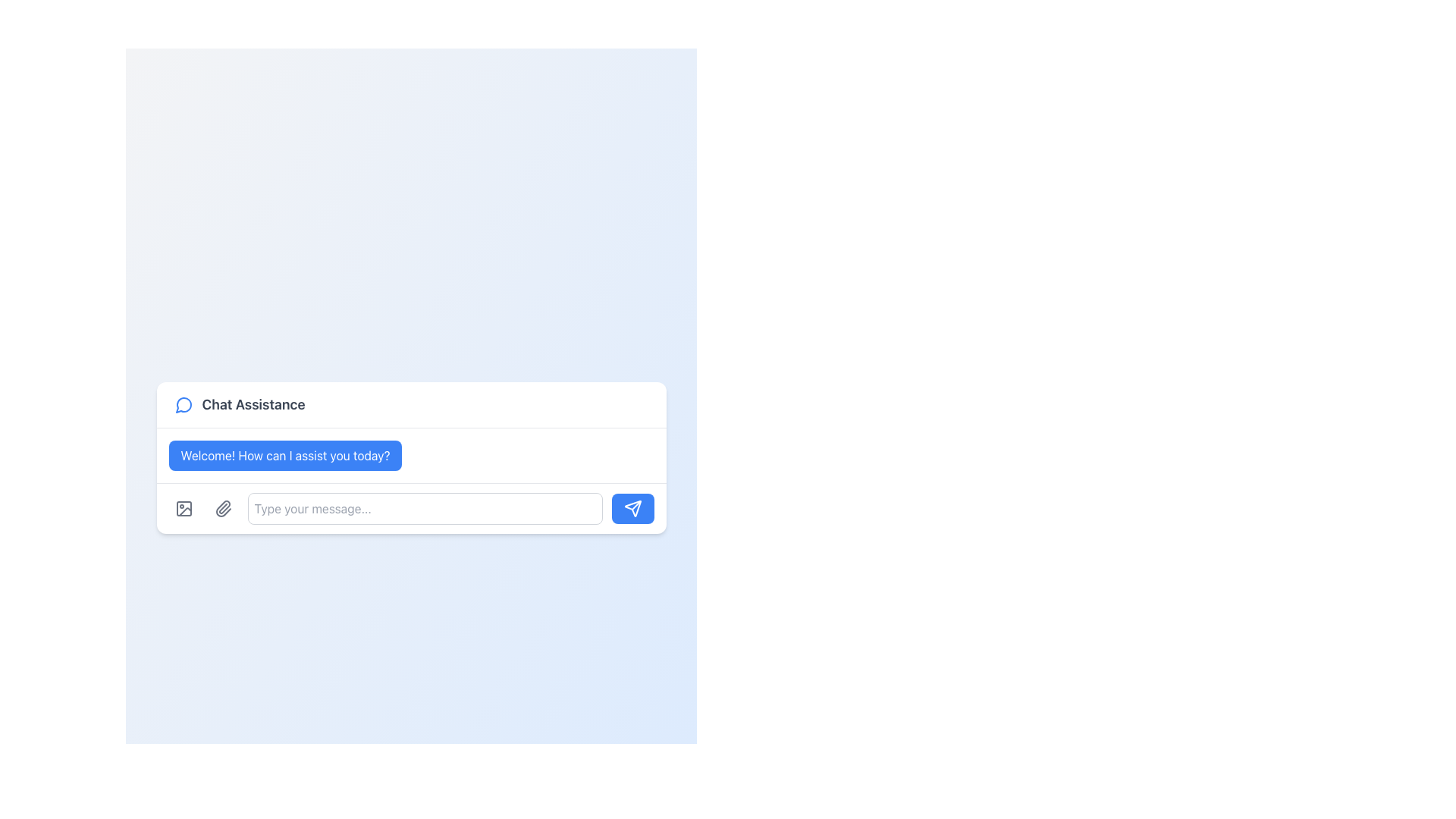 This screenshot has width=1456, height=819. I want to click on the Interactive Button with Icon, so click(222, 509).